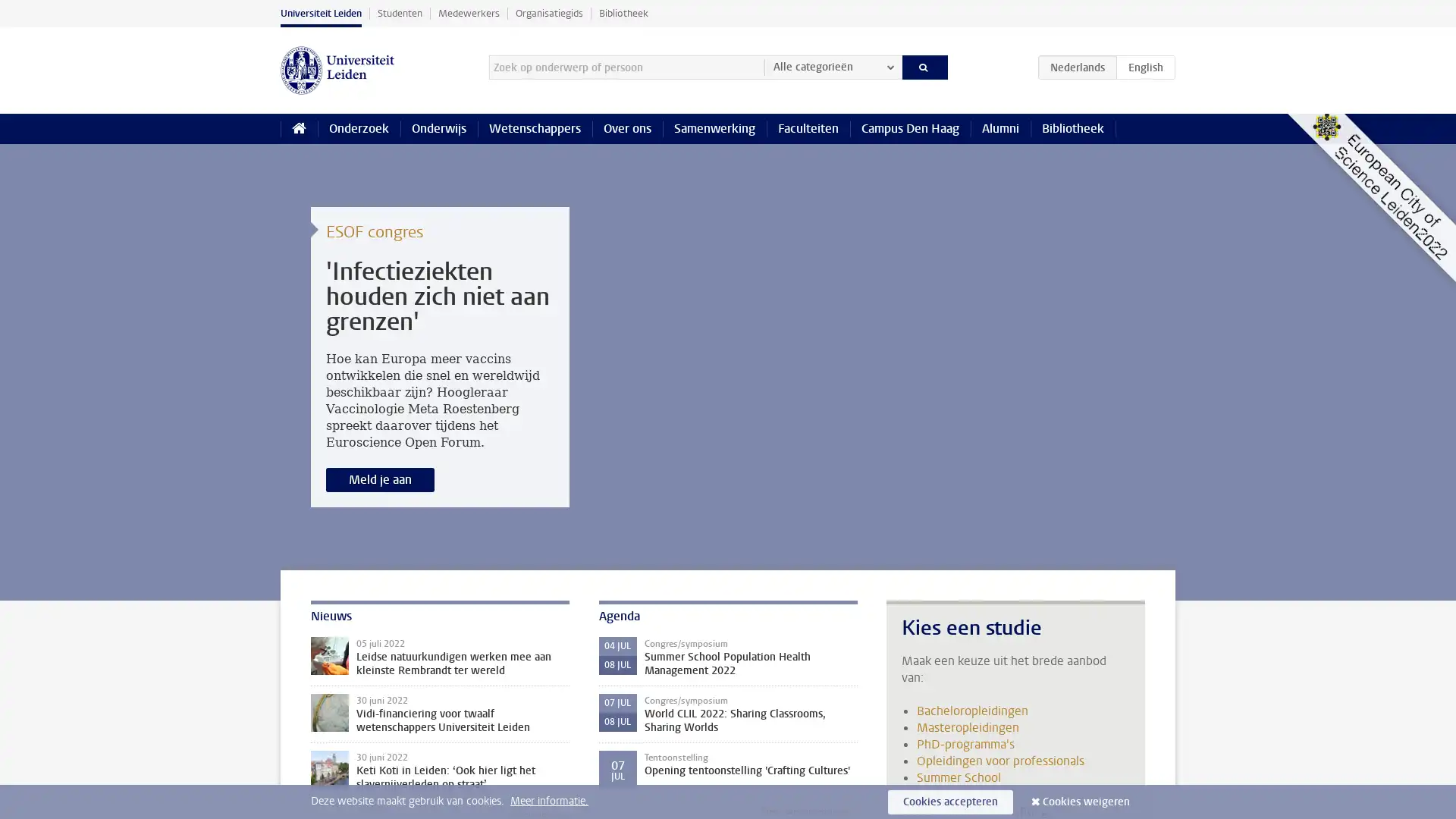 This screenshot has height=819, width=1456. Describe the element at coordinates (924, 66) in the screenshot. I see `Zoeken` at that location.